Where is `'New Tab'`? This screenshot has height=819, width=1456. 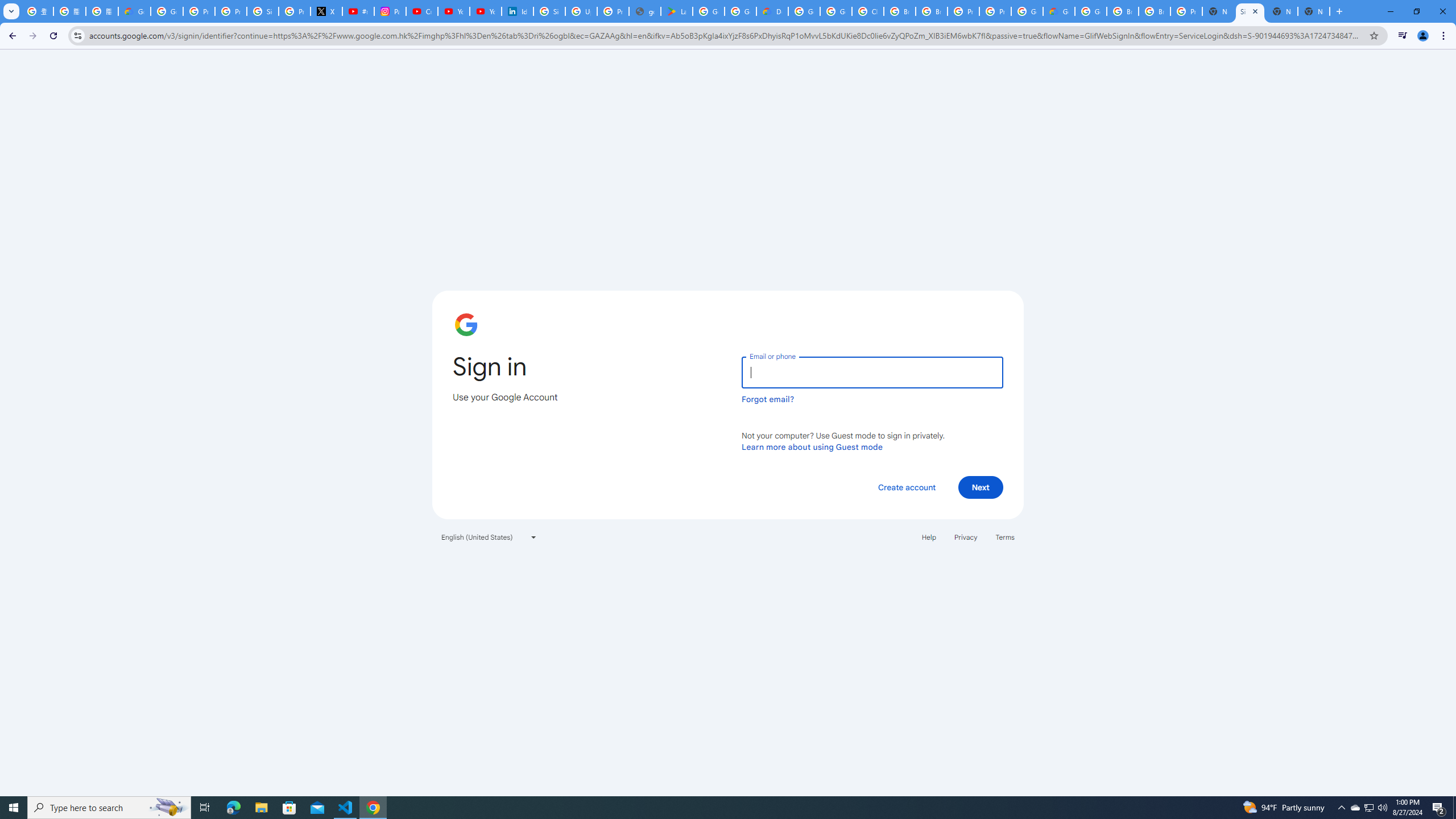 'New Tab' is located at coordinates (1314, 11).